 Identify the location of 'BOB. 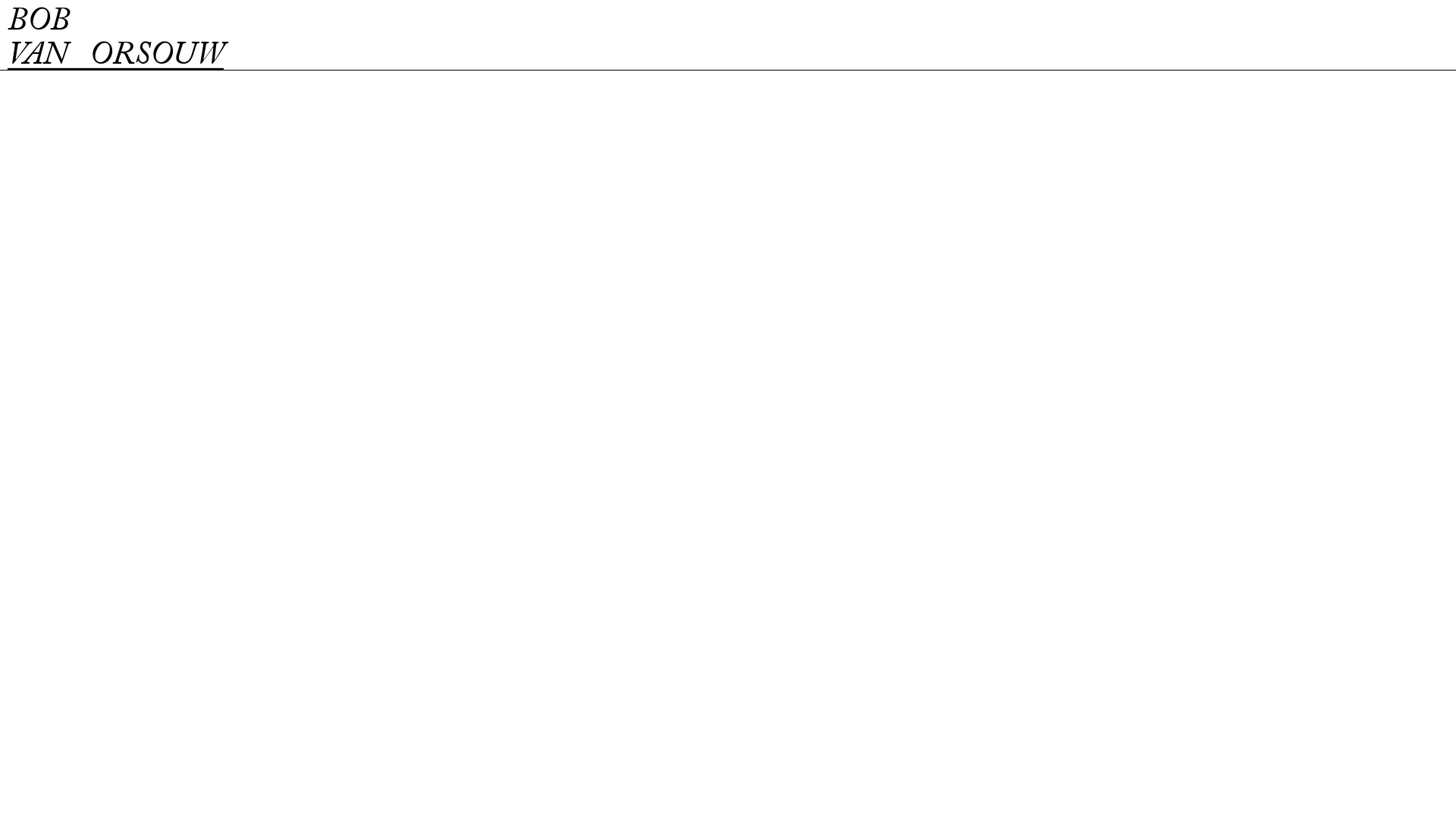
(115, 39).